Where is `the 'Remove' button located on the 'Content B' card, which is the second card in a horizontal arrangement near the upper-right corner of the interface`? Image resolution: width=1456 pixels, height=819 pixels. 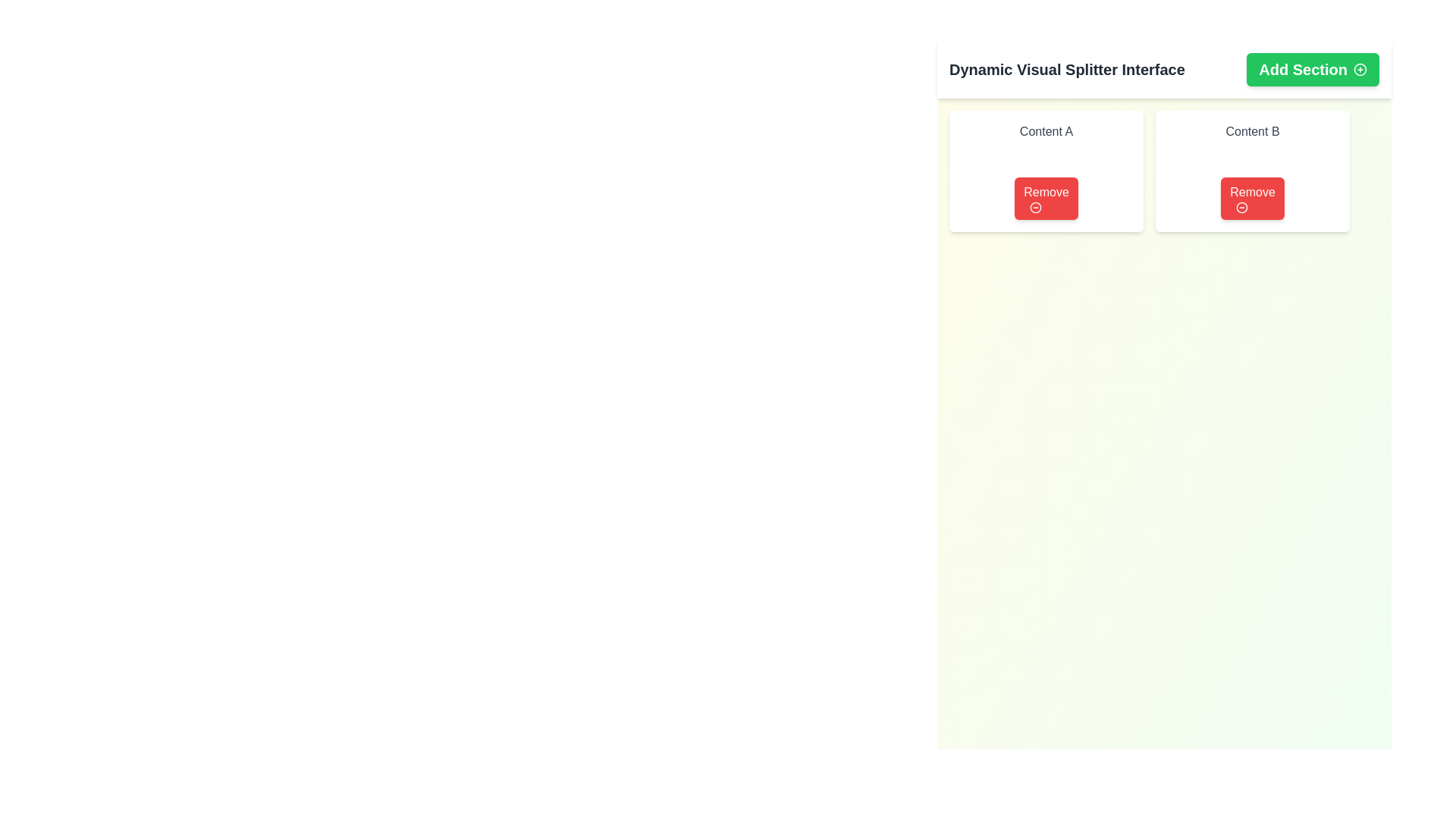
the 'Remove' button located on the 'Content B' card, which is the second card in a horizontal arrangement near the upper-right corner of the interface is located at coordinates (1252, 171).